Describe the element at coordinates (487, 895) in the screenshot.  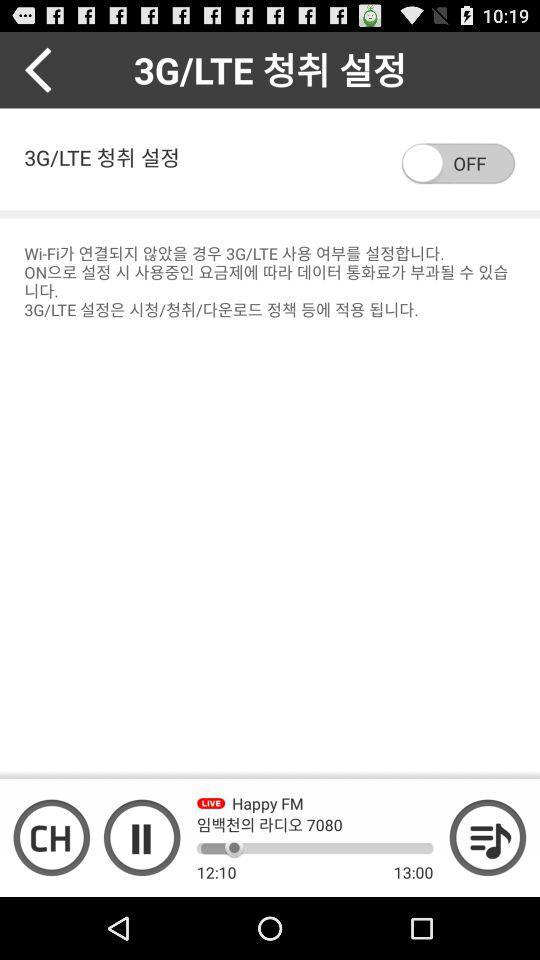
I see `the playlist icon` at that location.